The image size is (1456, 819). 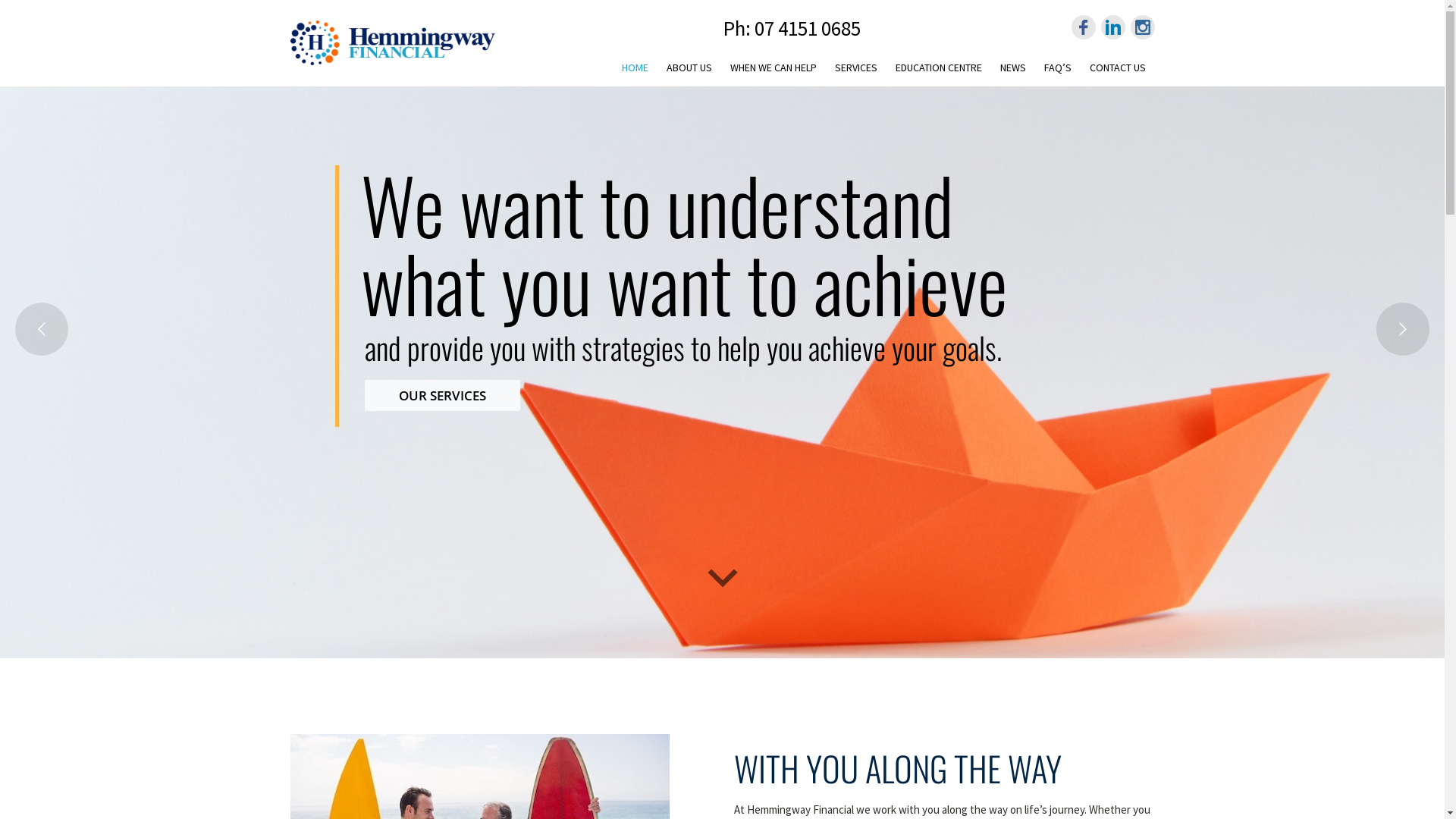 I want to click on 'EDUCATION CENTRE', so click(x=937, y=64).